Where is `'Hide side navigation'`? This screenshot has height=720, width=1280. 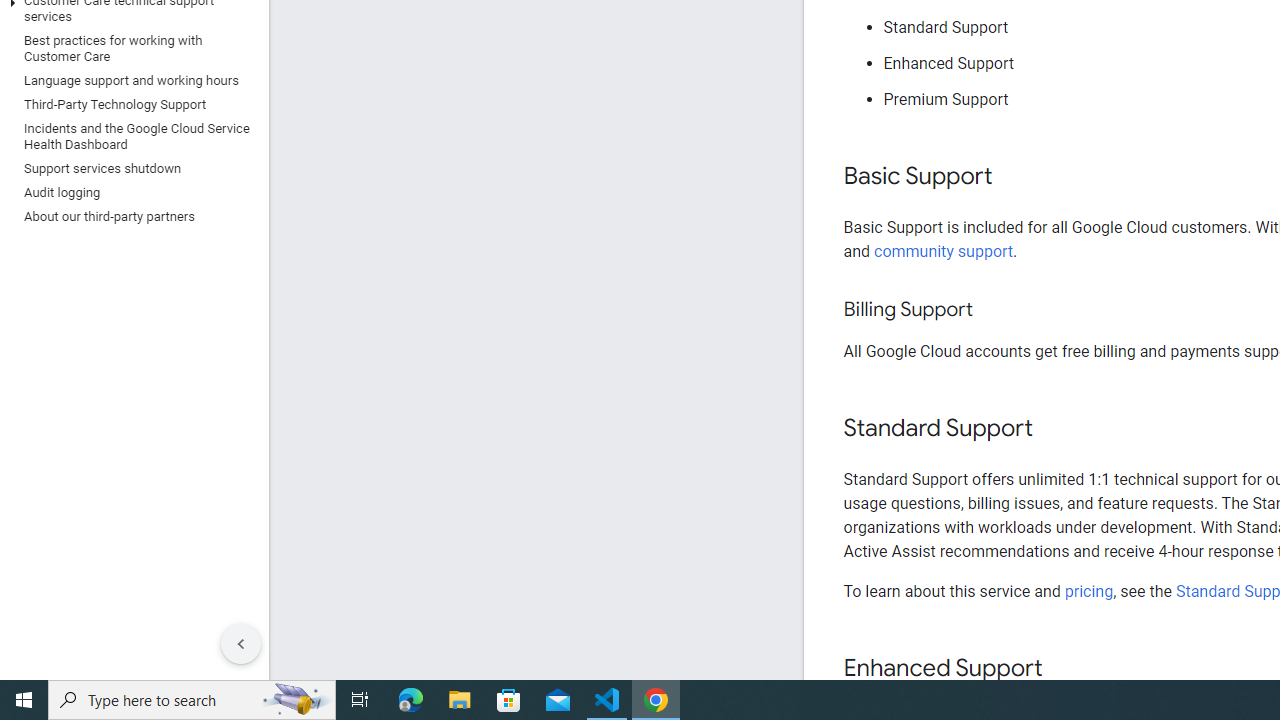
'Hide side navigation' is located at coordinates (240, 644).